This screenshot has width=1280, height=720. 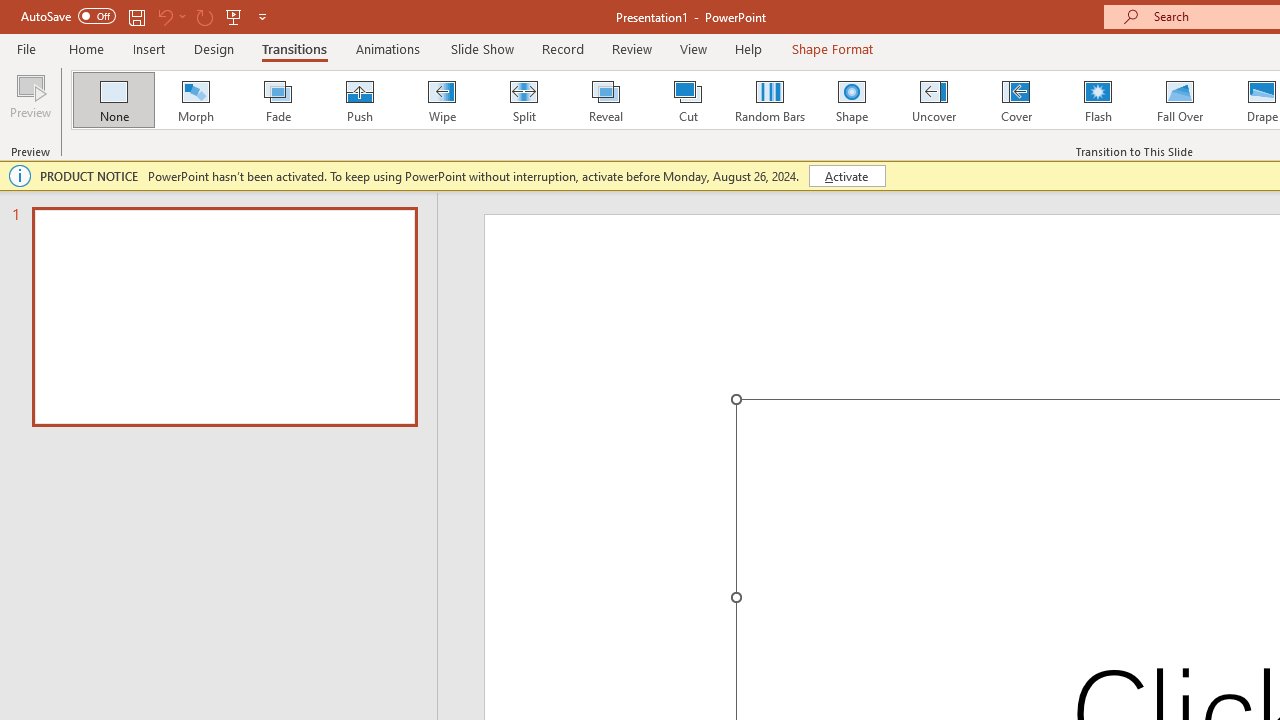 I want to click on 'Preview', so click(x=30, y=103).